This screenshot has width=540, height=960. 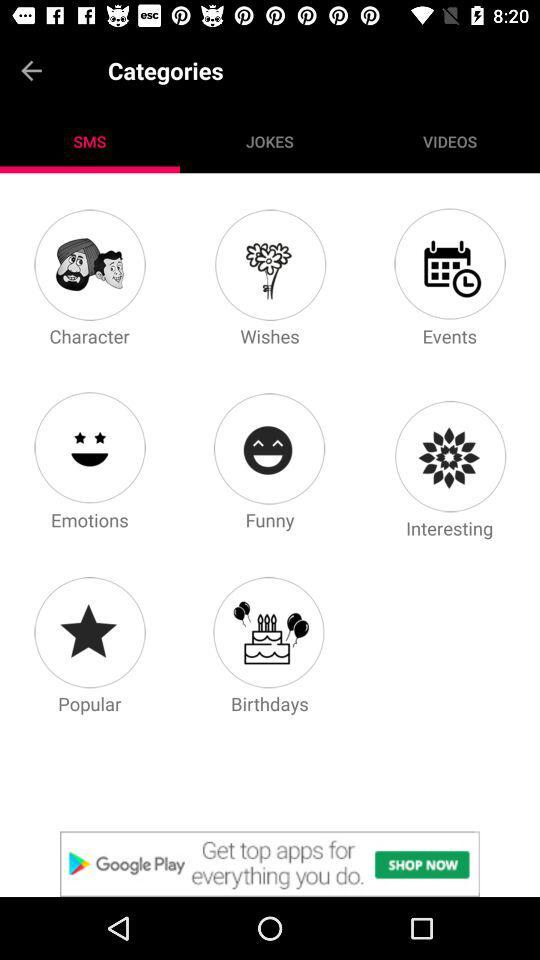 What do you see at coordinates (449, 456) in the screenshot?
I see `interesting section` at bounding box center [449, 456].